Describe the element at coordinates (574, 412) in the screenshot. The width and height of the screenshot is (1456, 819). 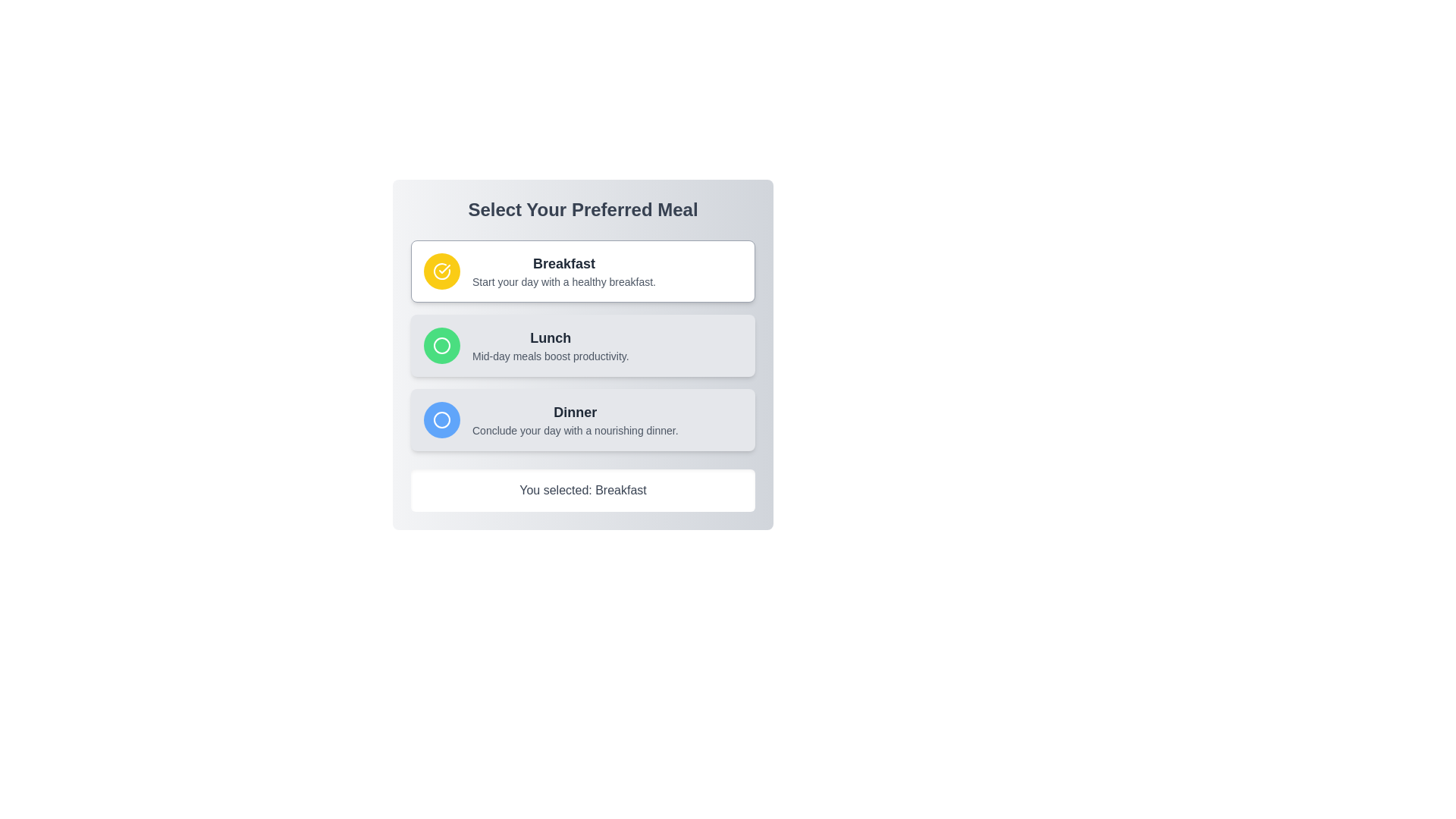
I see `the header text indicating 'Dinner', which is the third meal option in the vertical list of meal choices` at that location.